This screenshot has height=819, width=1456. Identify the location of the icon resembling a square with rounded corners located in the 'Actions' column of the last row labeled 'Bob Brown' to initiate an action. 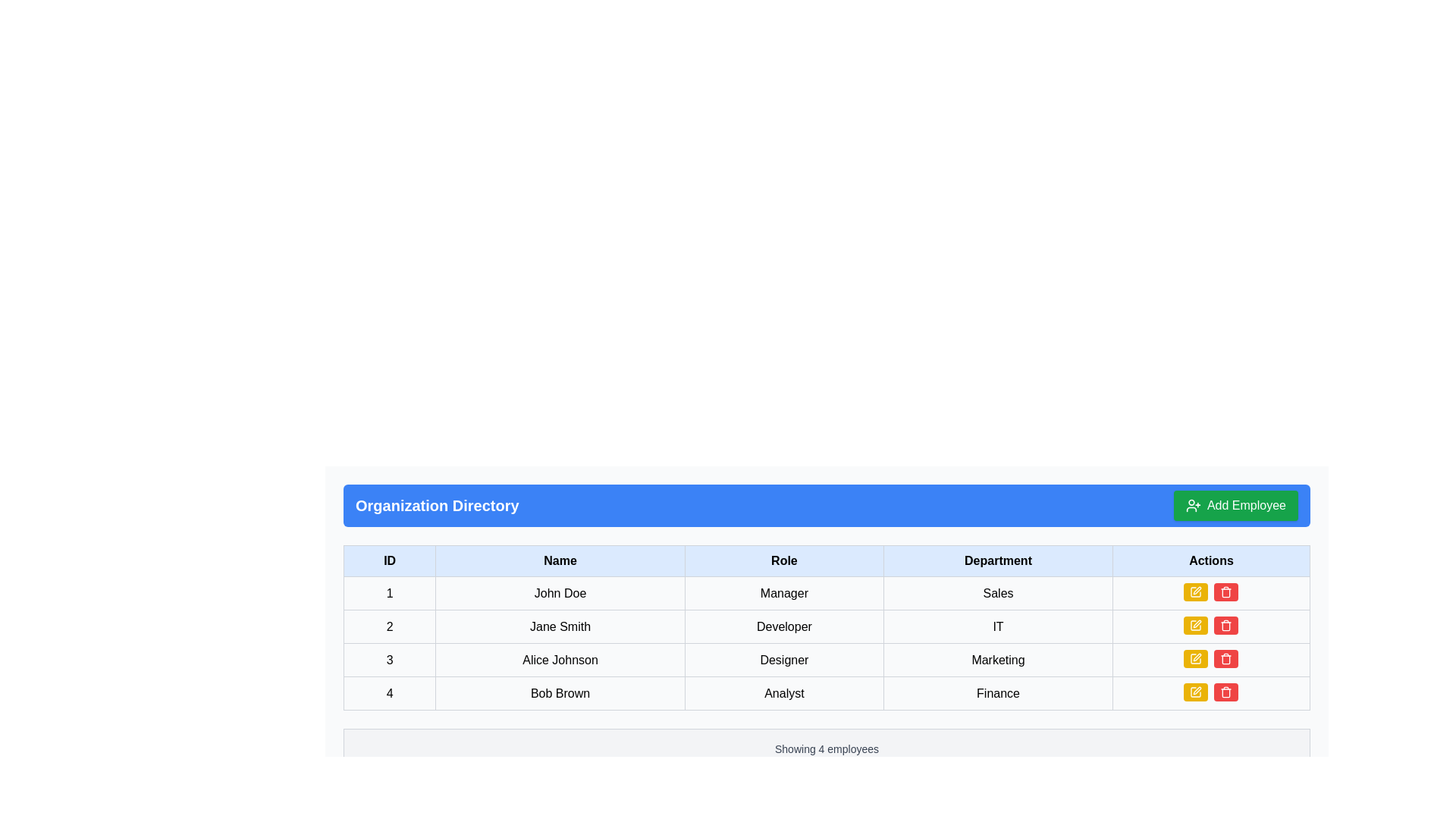
(1195, 591).